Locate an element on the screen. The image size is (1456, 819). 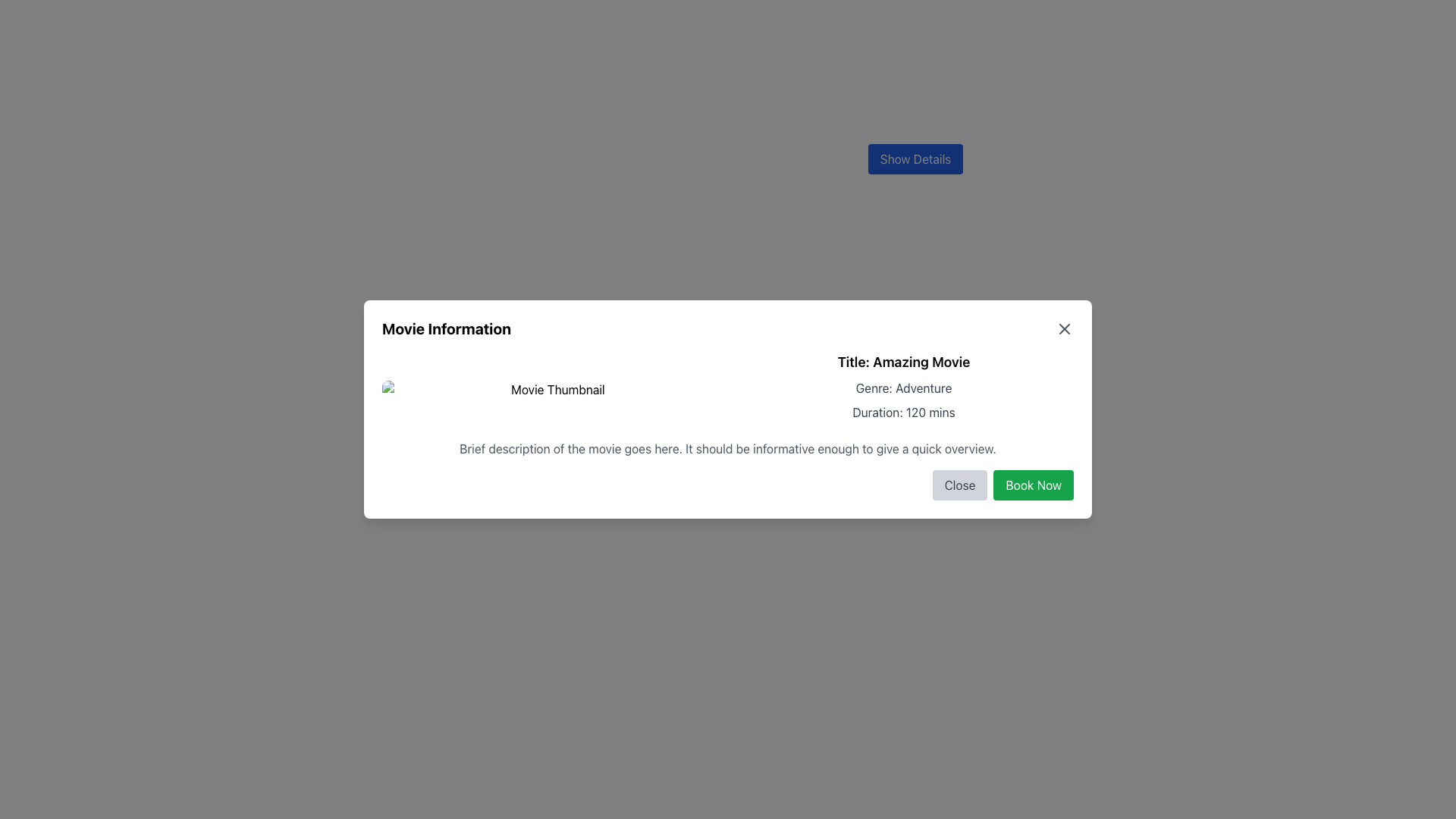
the static text label displaying 'Genre: Adventure' which is part of the movie metadata, located in the upper-right section of the modal dialog is located at coordinates (903, 388).